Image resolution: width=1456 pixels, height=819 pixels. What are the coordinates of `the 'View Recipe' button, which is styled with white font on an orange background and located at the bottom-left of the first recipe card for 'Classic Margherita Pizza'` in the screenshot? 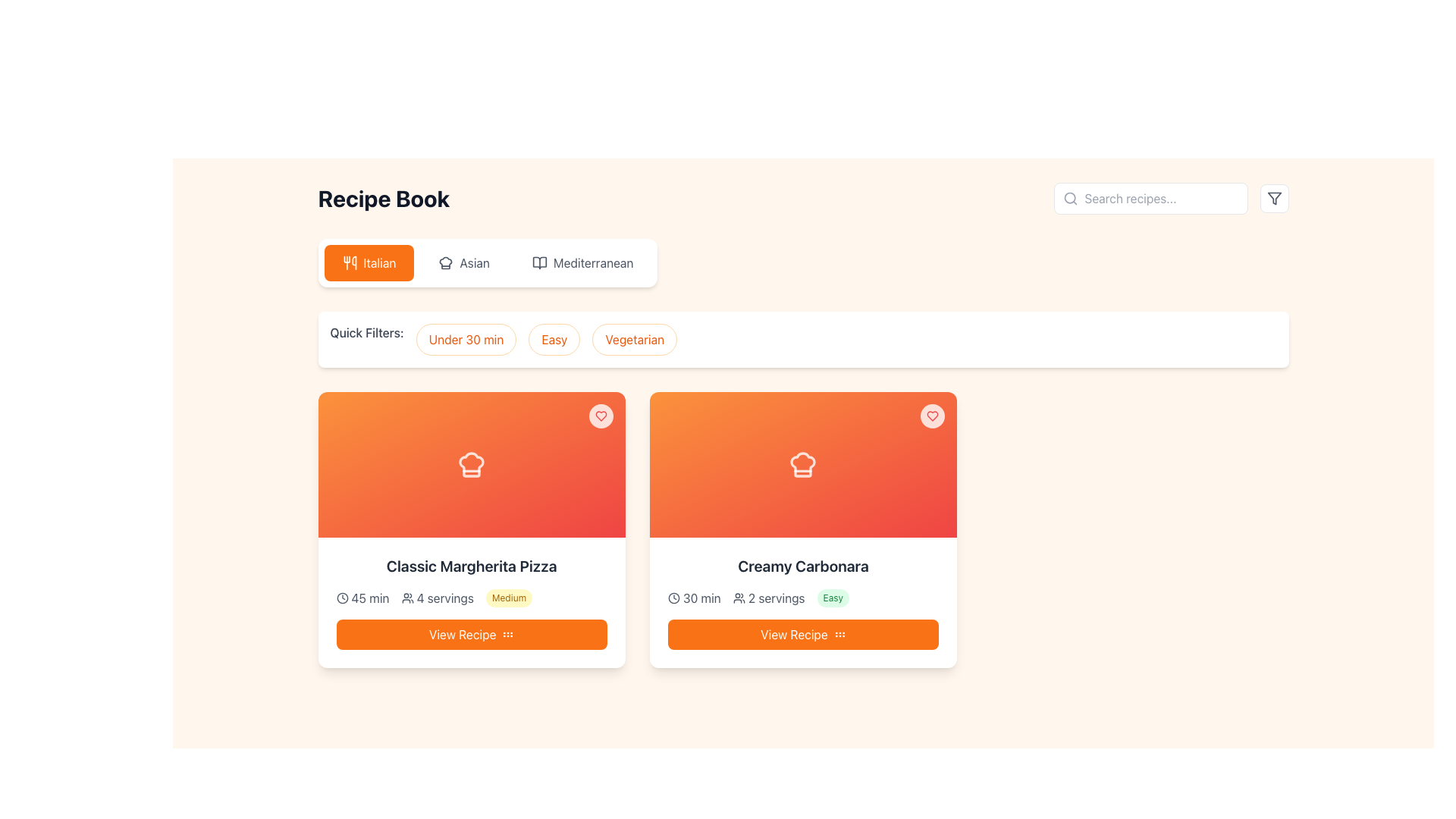 It's located at (462, 635).